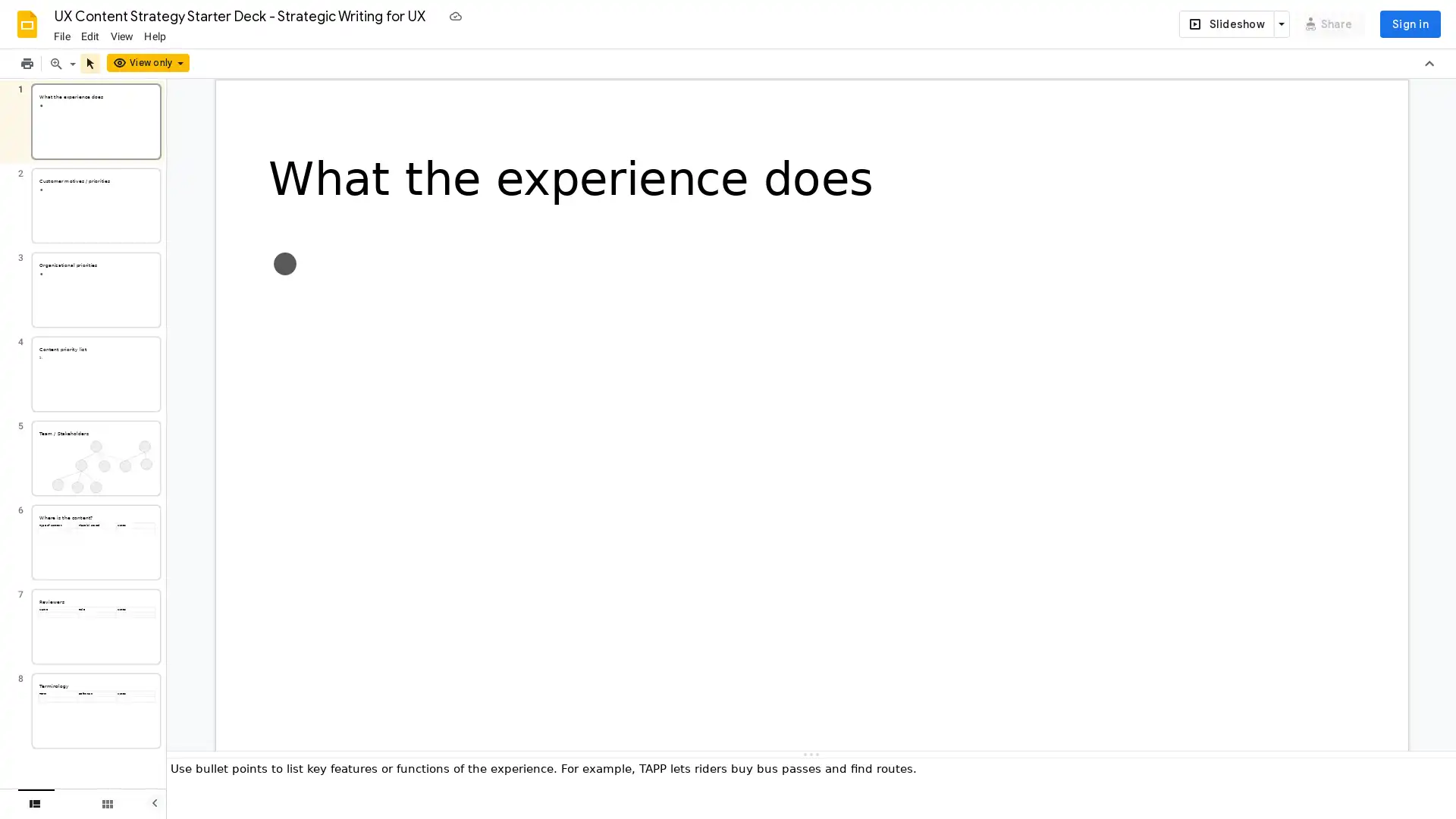  What do you see at coordinates (454, 15) in the screenshot?
I see `Document status: Saved to Drive.` at bounding box center [454, 15].